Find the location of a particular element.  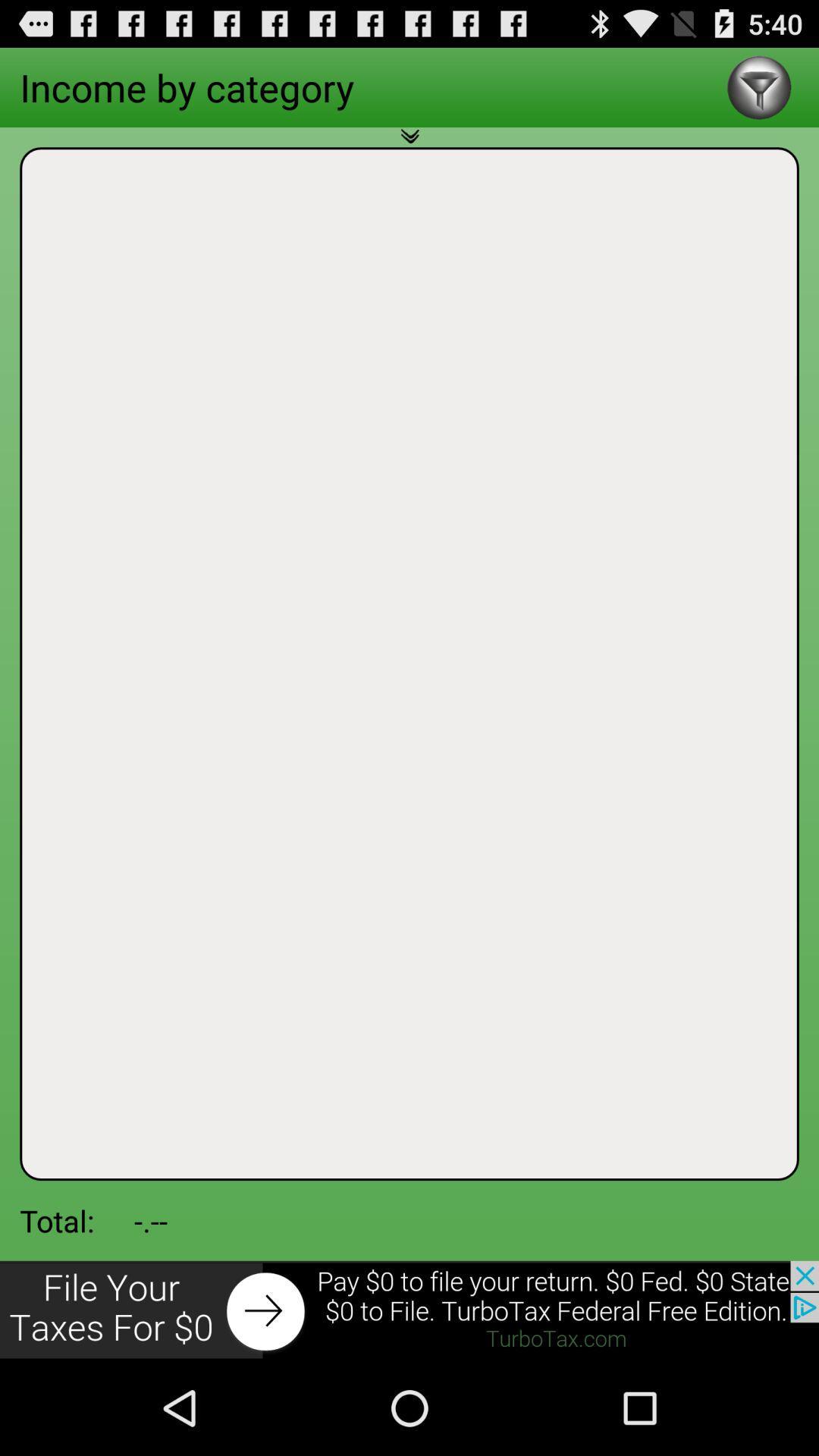

advertisement is located at coordinates (409, 1310).